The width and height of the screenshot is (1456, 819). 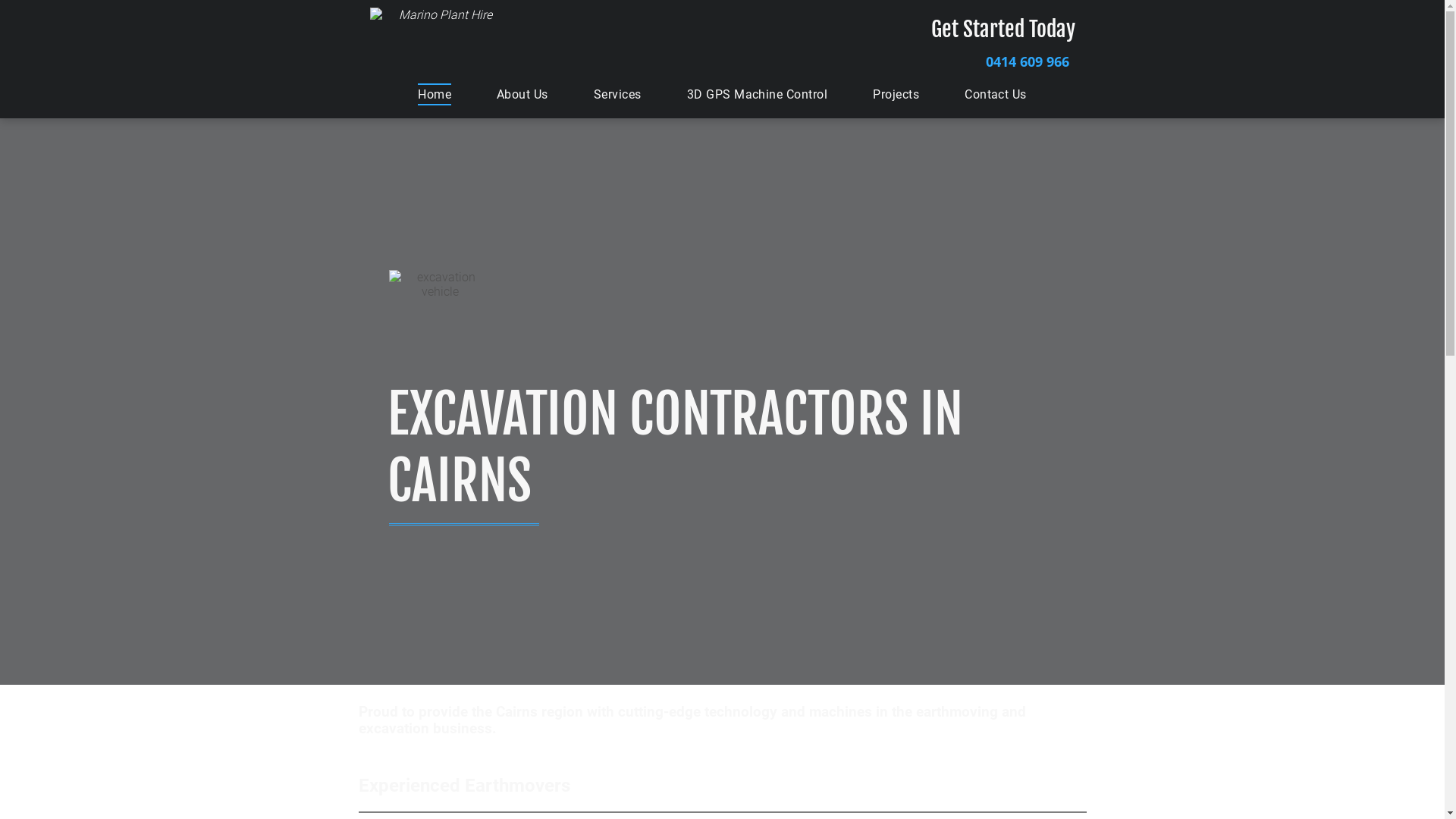 I want to click on 'Home', so click(x=433, y=94).